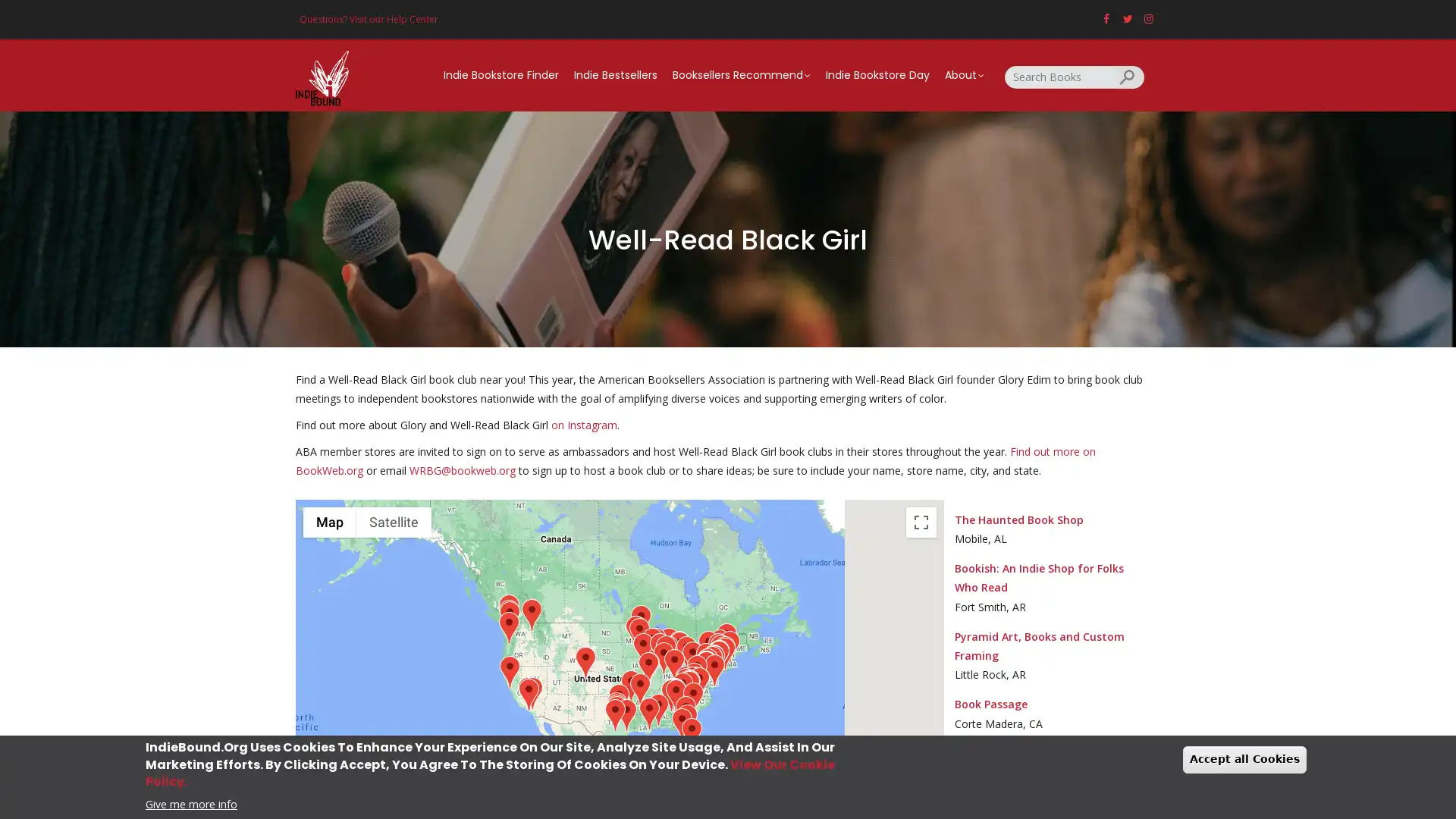 The image size is (1456, 819). Describe the element at coordinates (717, 648) in the screenshot. I see `The Golden Notebook` at that location.